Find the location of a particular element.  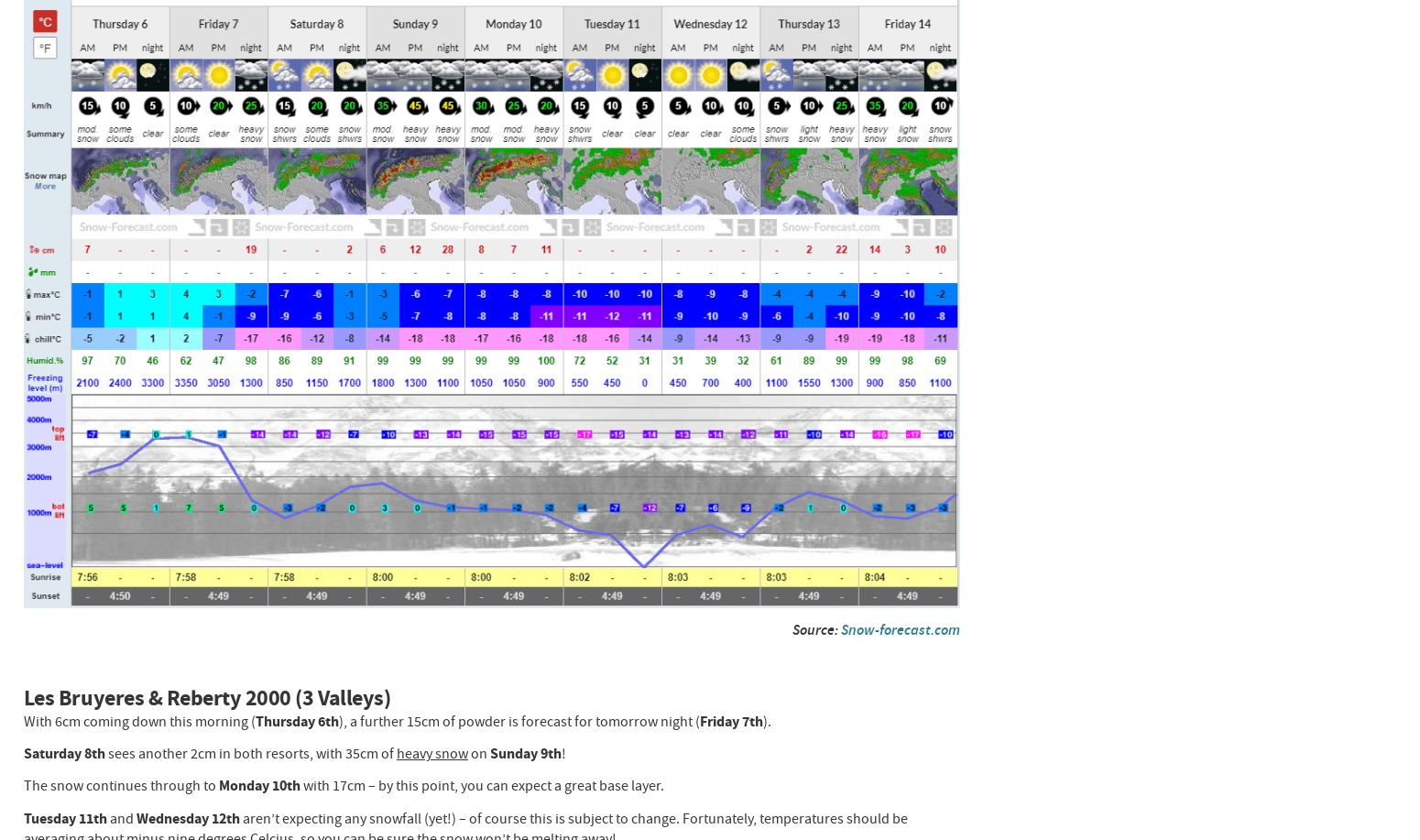

'Les Bruyeres & Reberty 2000 (3 Valleys)' is located at coordinates (205, 696).